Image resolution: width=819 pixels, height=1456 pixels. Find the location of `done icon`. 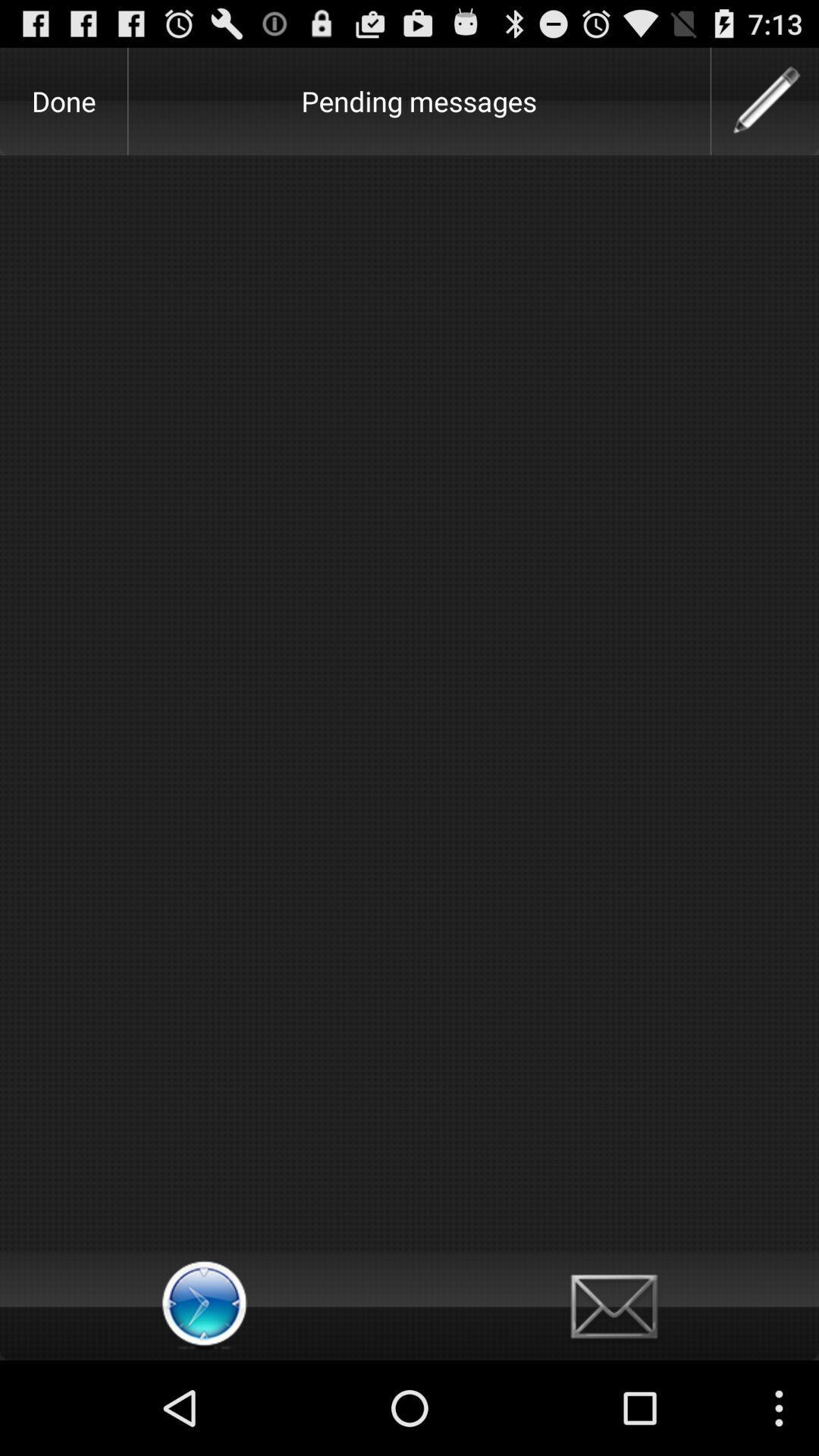

done icon is located at coordinates (63, 100).